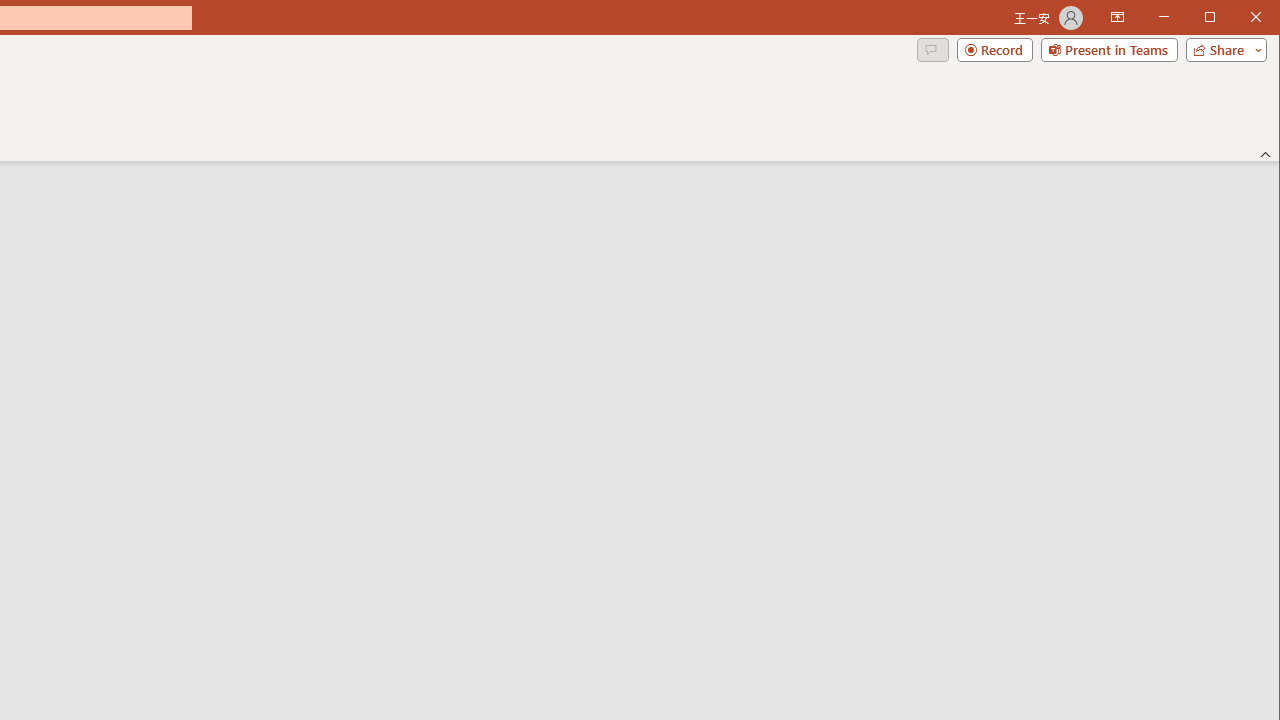  I want to click on 'Maximize', so click(1238, 19).